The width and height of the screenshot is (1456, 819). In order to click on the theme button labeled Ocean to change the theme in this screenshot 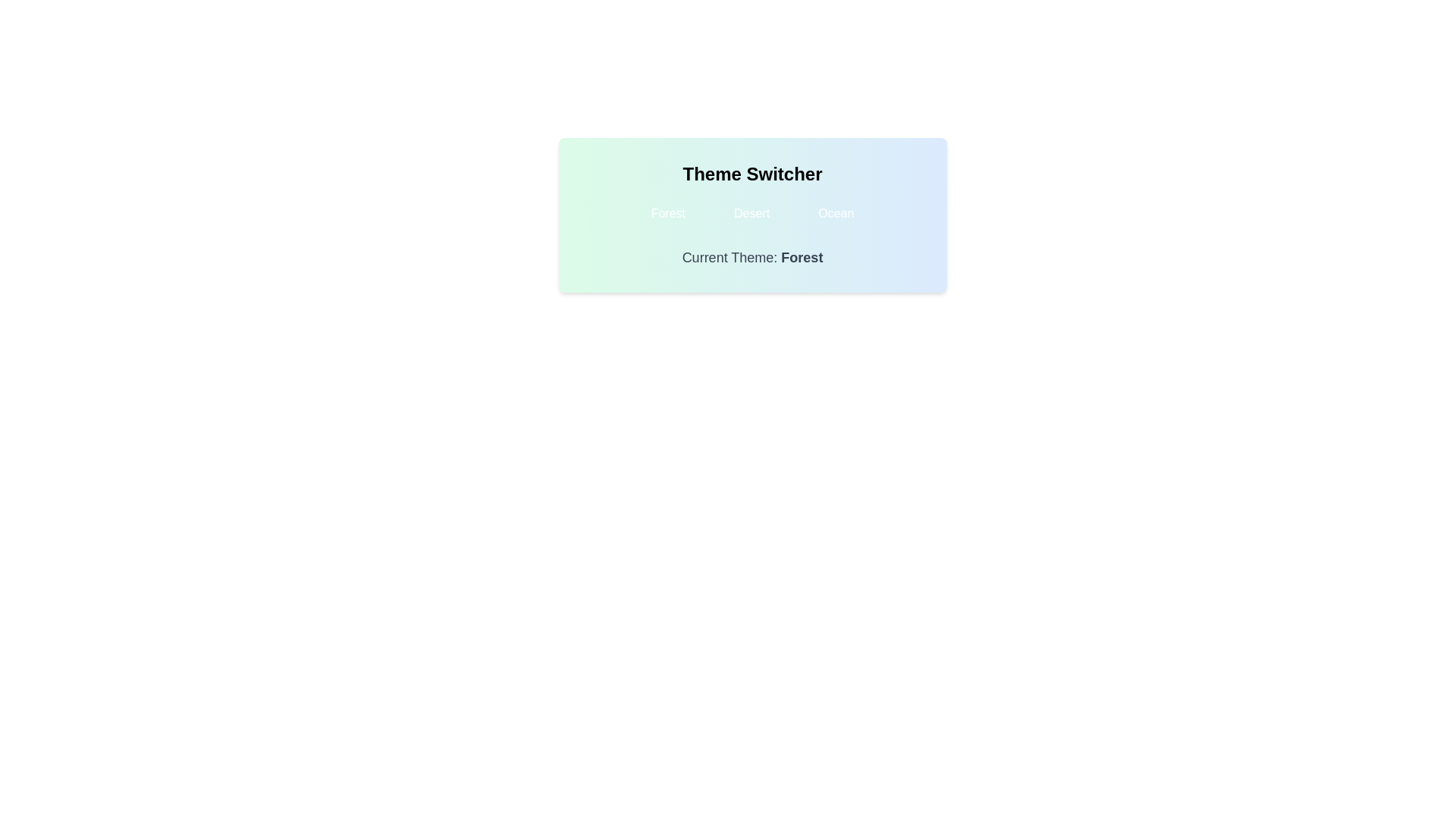, I will do `click(835, 213)`.